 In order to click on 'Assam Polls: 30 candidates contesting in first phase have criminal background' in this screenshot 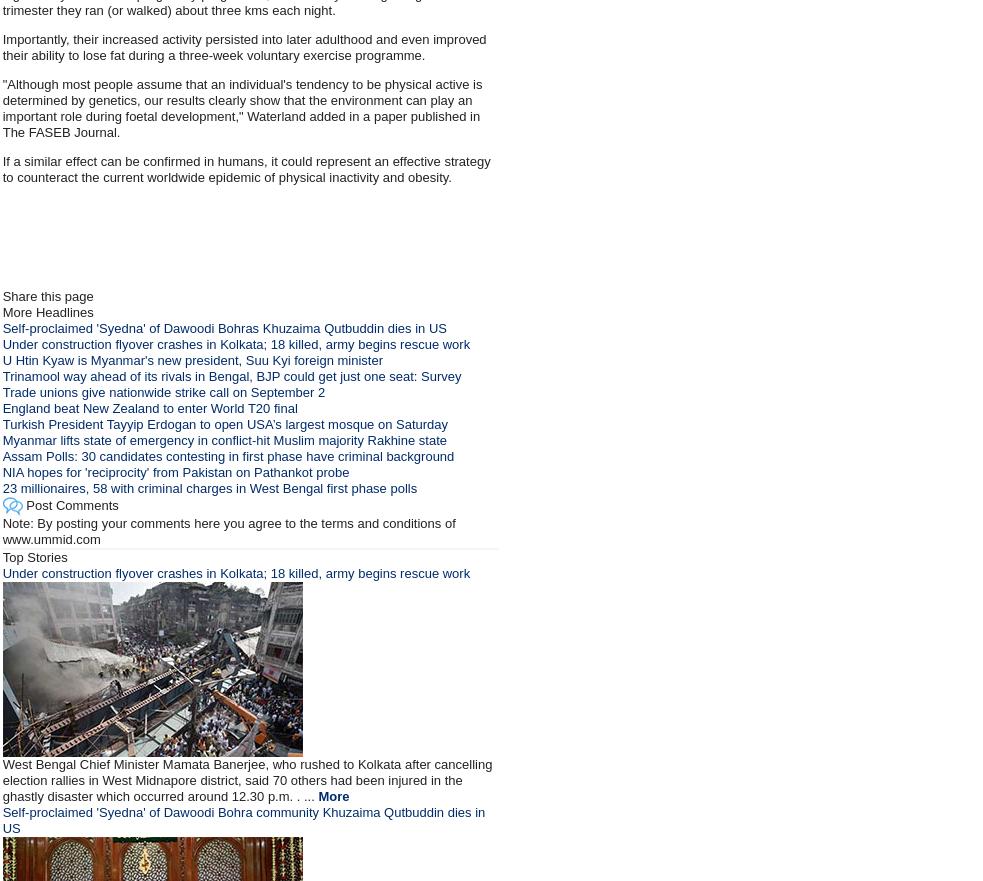, I will do `click(227, 456)`.